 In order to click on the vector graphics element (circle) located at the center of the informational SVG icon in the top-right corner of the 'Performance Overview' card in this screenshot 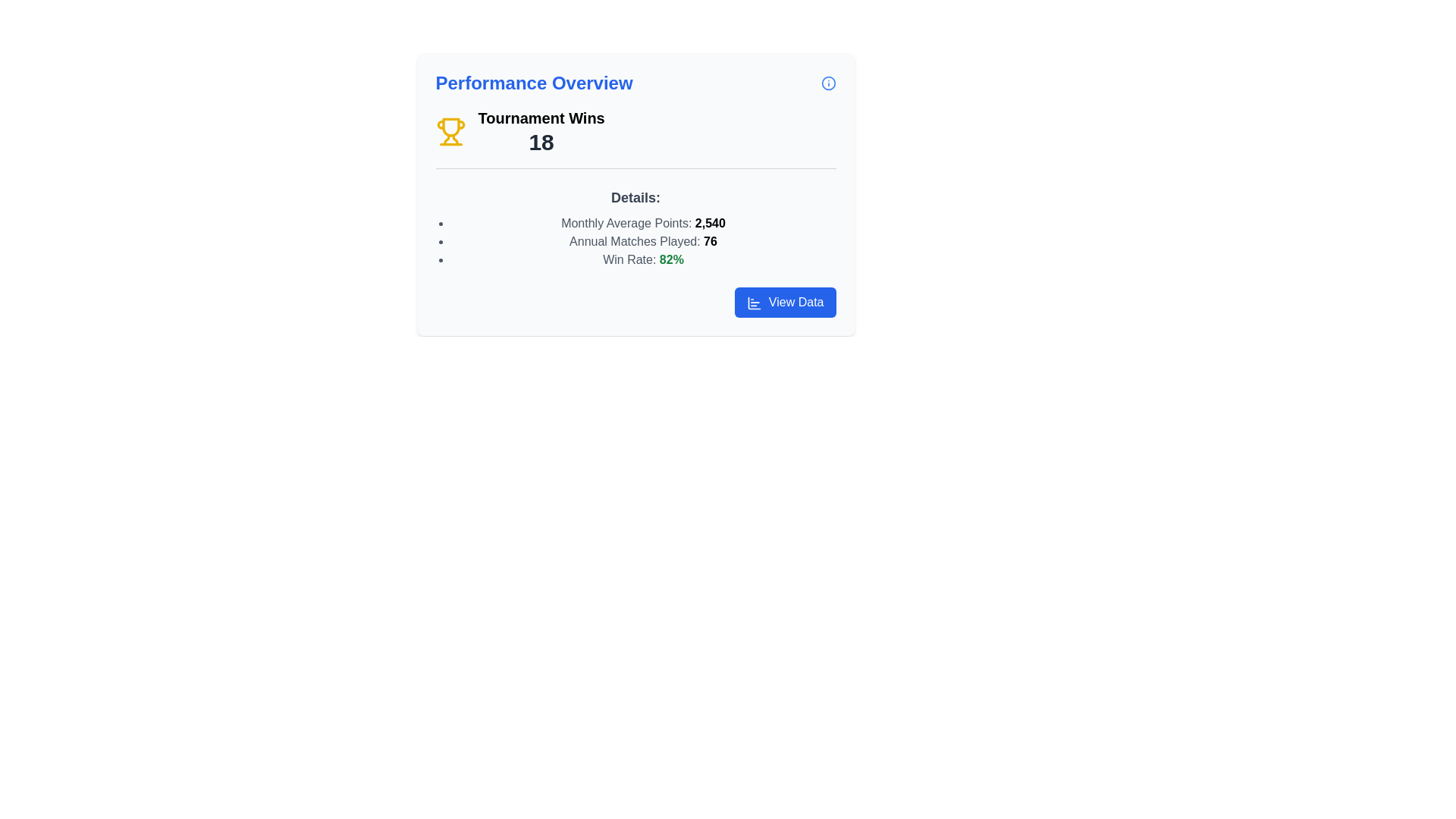, I will do `click(827, 83)`.